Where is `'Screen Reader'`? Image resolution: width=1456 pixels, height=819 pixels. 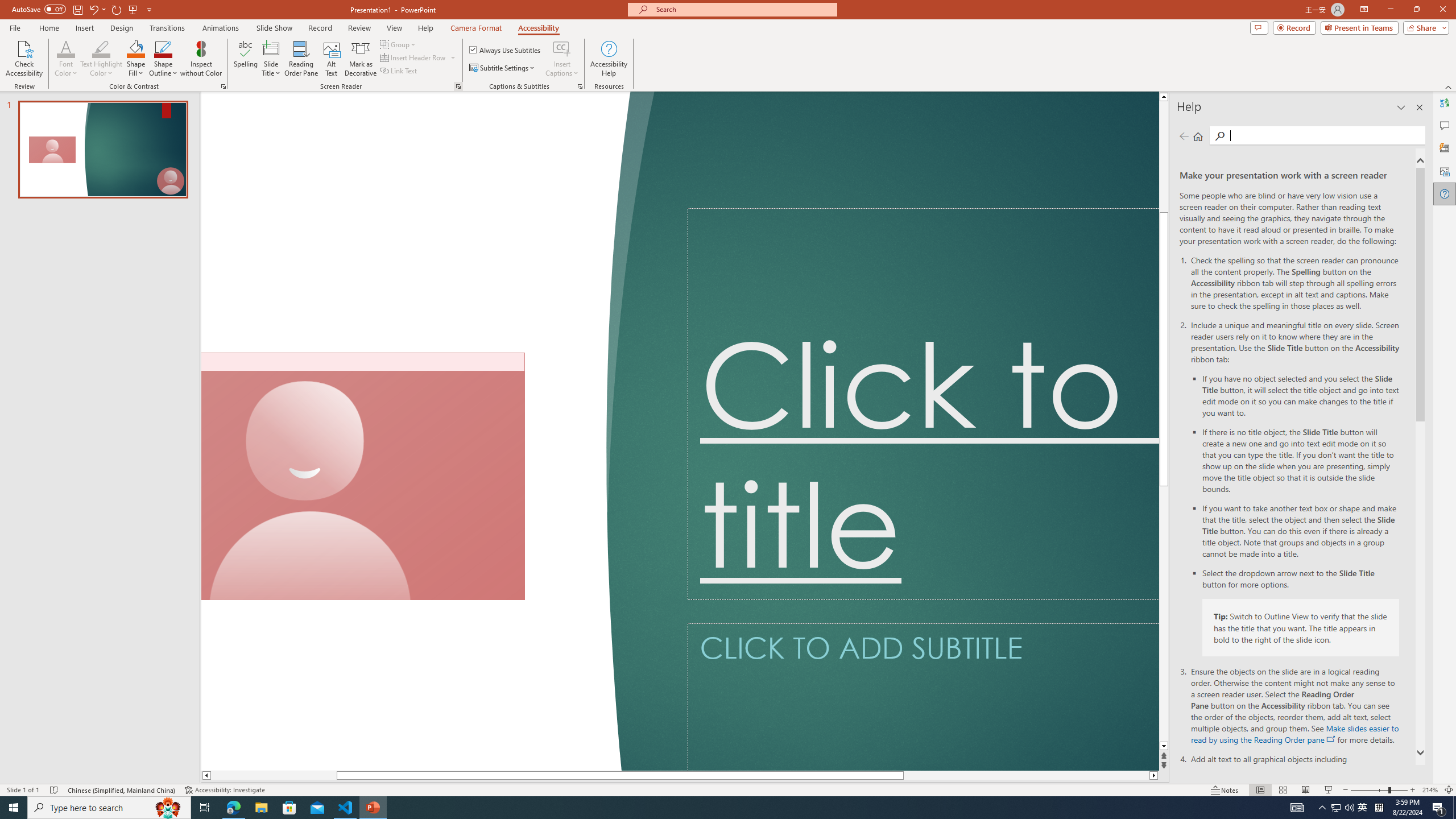
'Screen Reader' is located at coordinates (458, 85).